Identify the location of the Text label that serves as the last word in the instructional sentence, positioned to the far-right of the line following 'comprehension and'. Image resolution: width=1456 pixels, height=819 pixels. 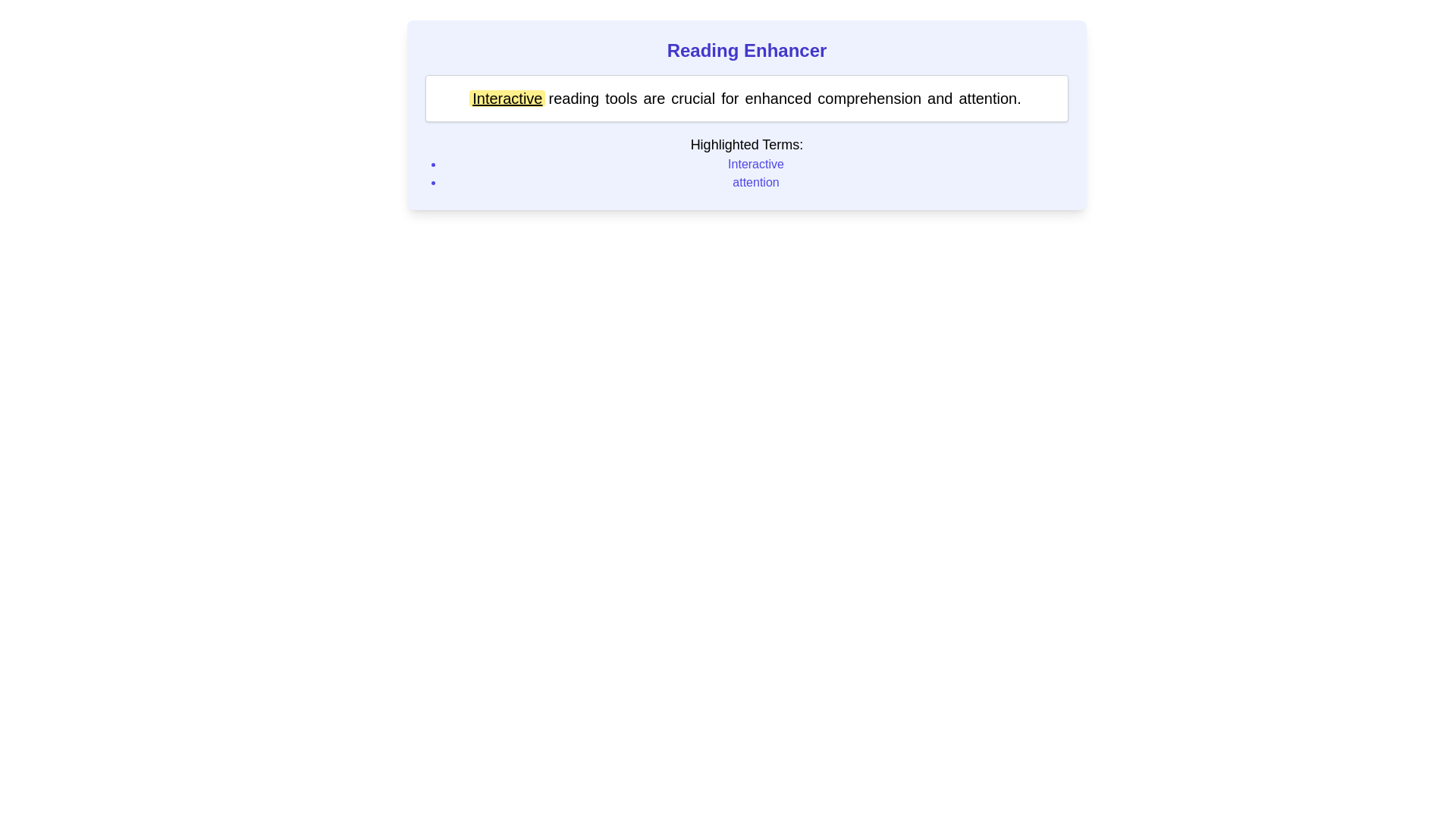
(990, 99).